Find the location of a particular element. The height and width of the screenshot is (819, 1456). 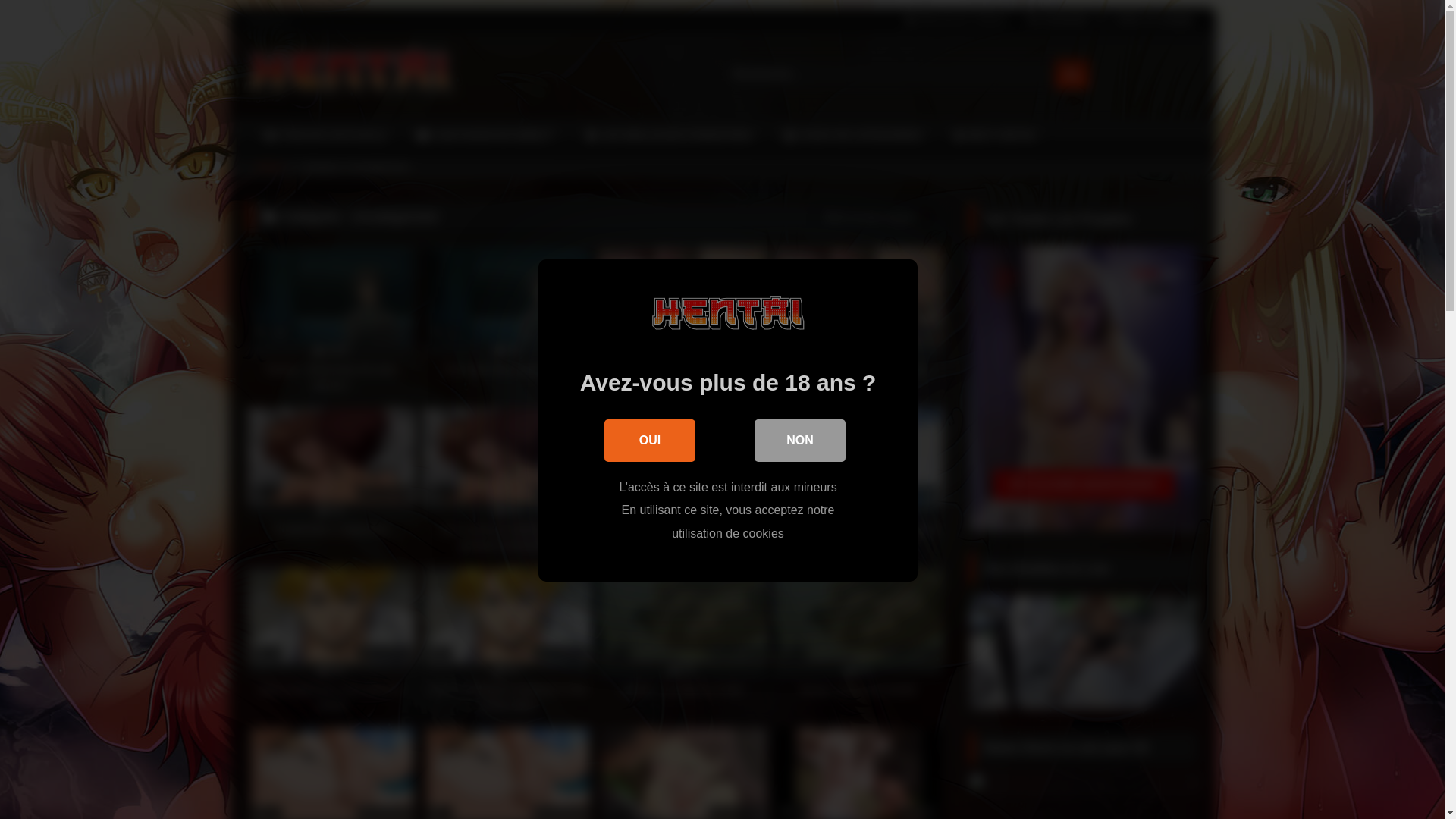

'Se connecter' is located at coordinates (1056, 20).